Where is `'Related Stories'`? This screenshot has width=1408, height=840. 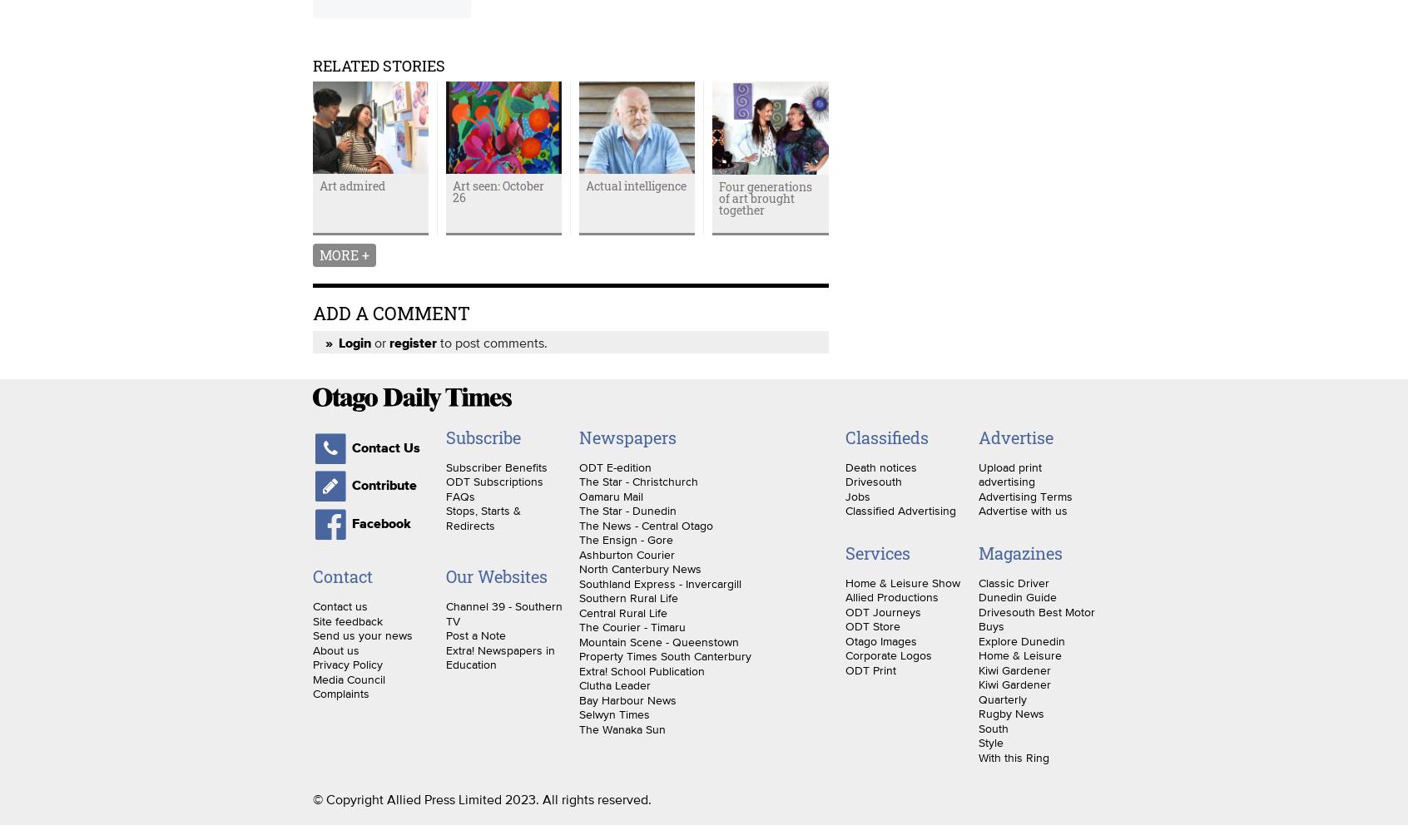 'Related Stories' is located at coordinates (378, 63).